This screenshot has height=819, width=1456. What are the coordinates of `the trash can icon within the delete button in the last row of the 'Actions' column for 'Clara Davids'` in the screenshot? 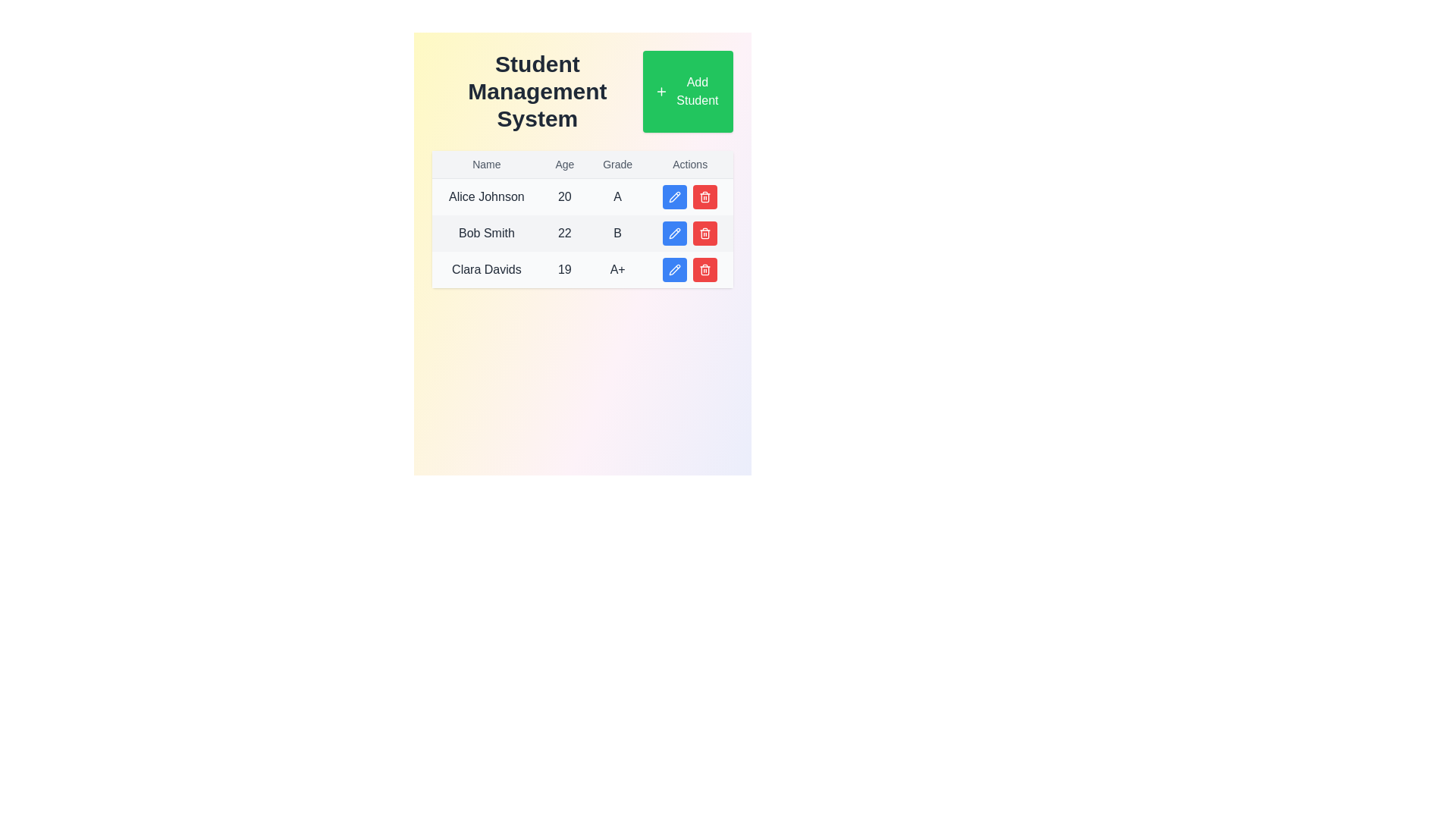 It's located at (704, 196).